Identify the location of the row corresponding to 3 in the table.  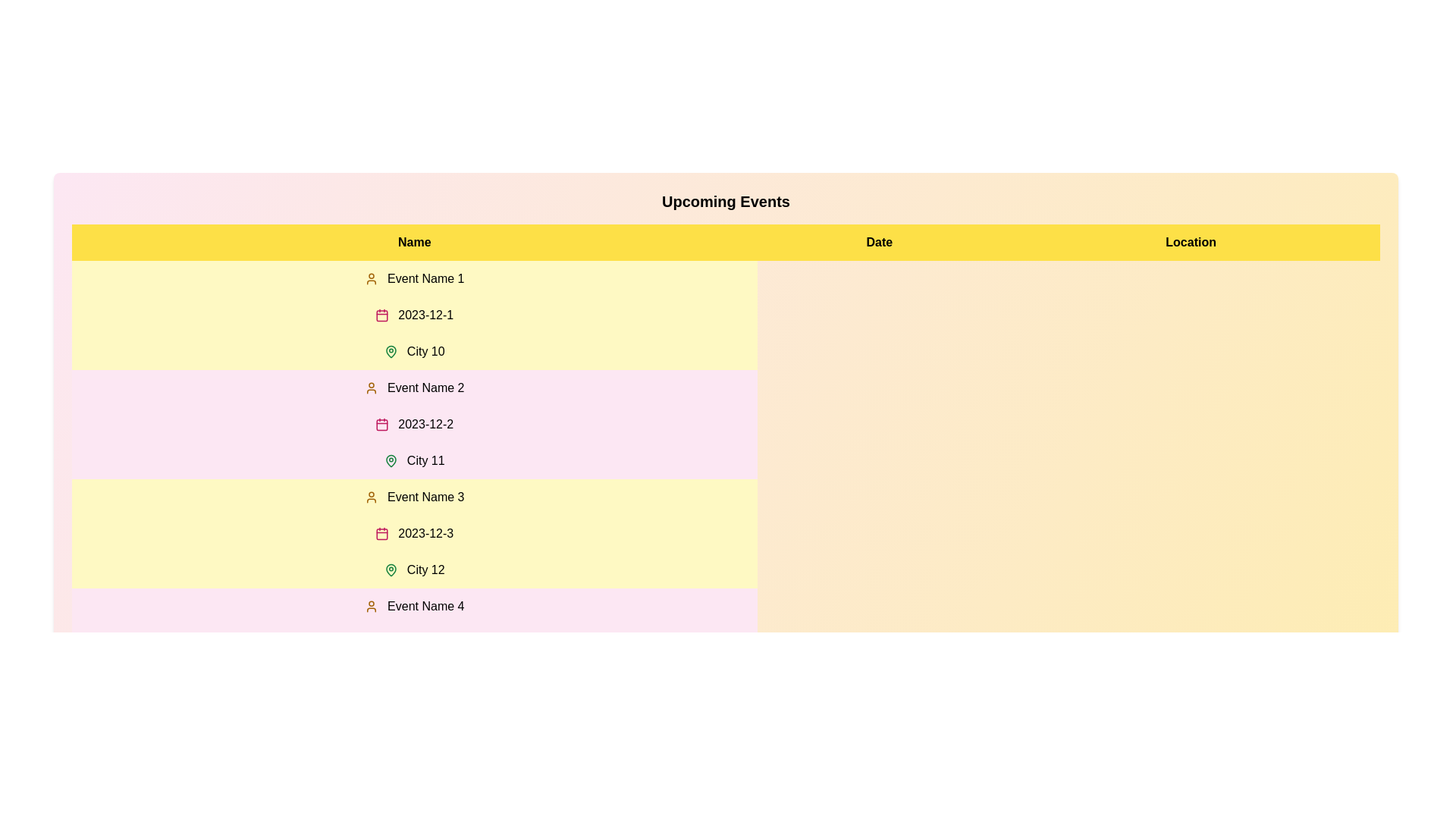
(414, 533).